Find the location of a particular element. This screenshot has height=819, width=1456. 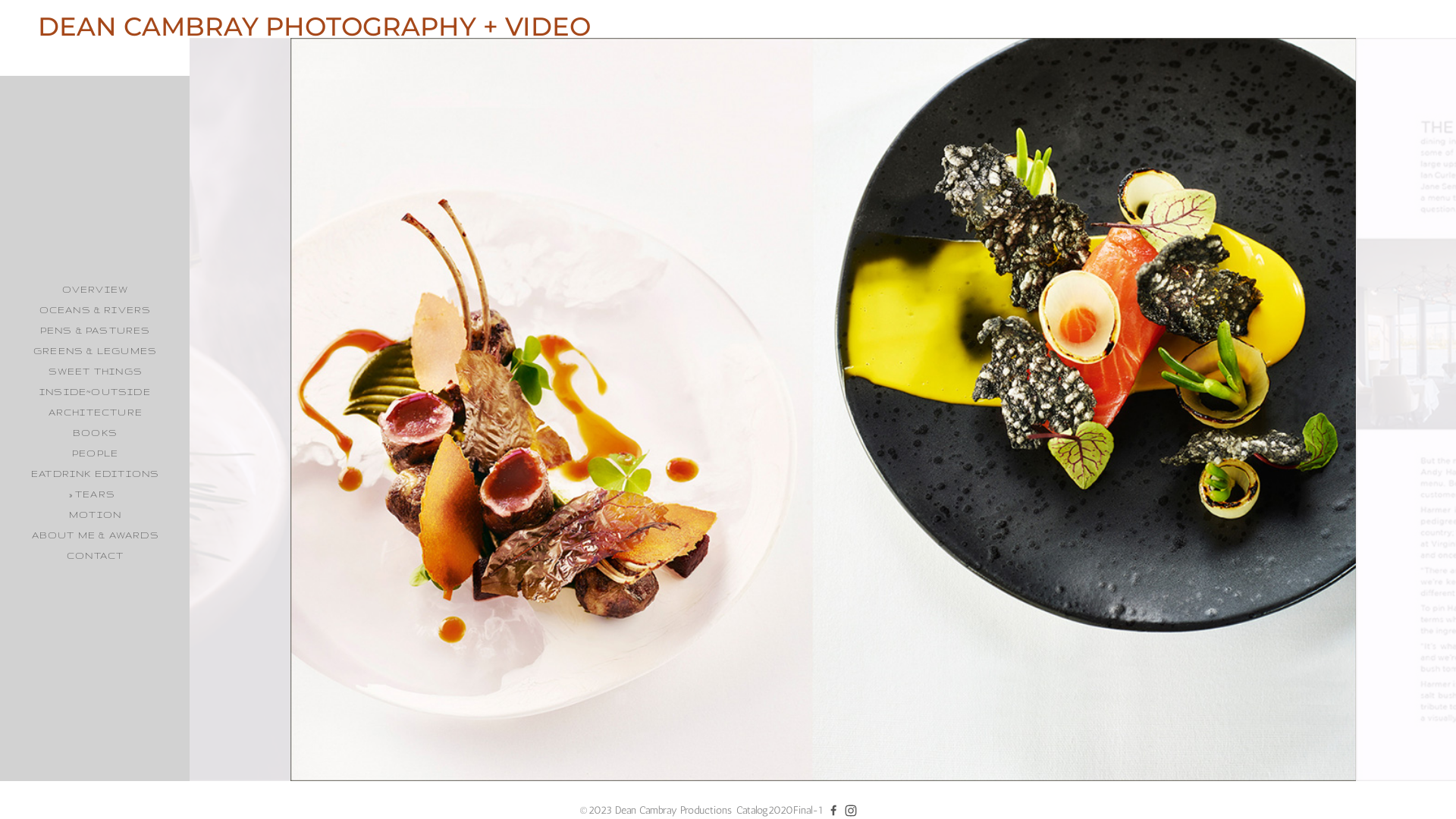

'PEOPLE' is located at coordinates (94, 452).